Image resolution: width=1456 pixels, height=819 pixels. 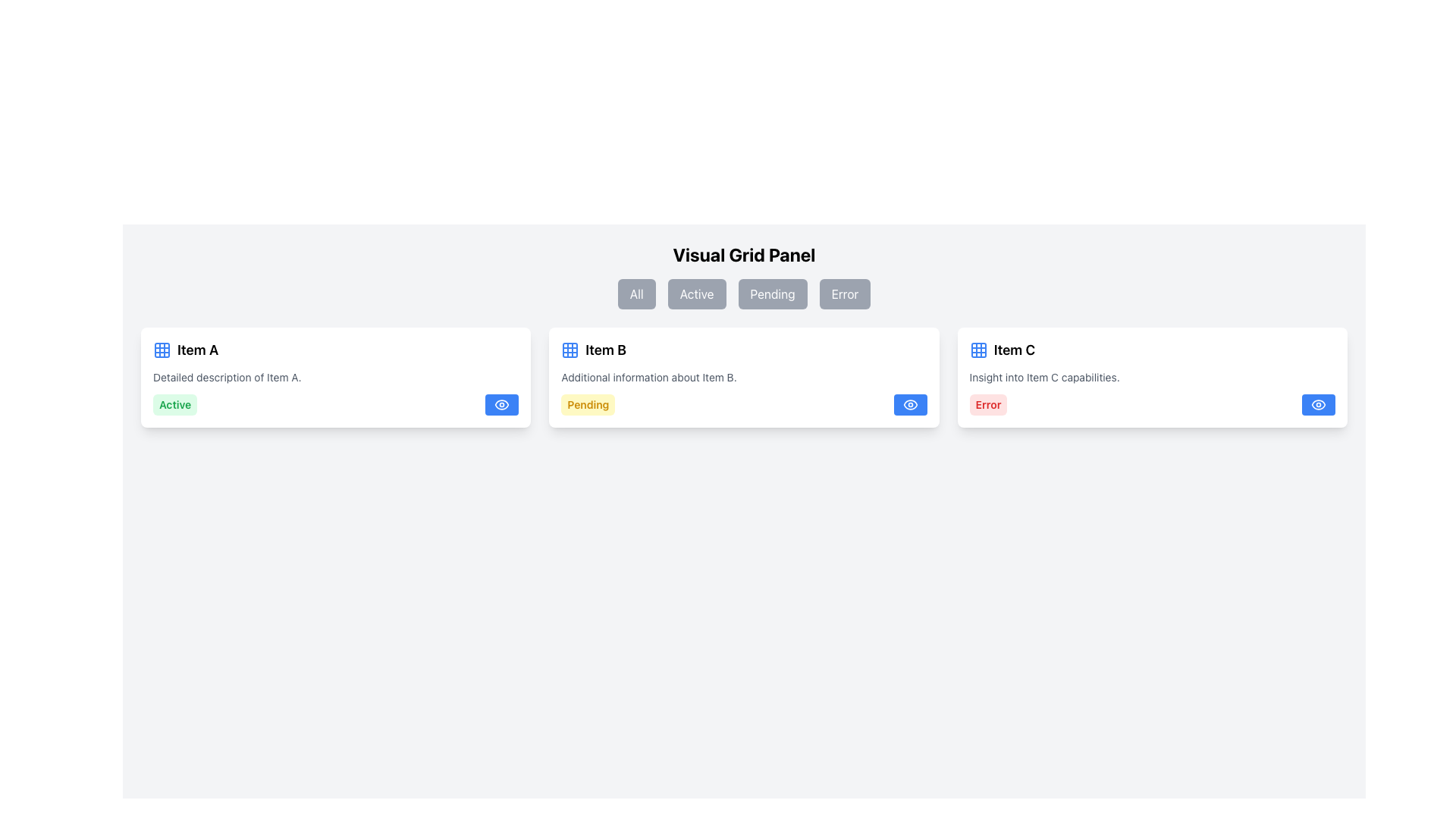 What do you see at coordinates (570, 350) in the screenshot?
I see `the blue grid icon located to the left of the text 'Item B' within the card for 'Item B'` at bounding box center [570, 350].